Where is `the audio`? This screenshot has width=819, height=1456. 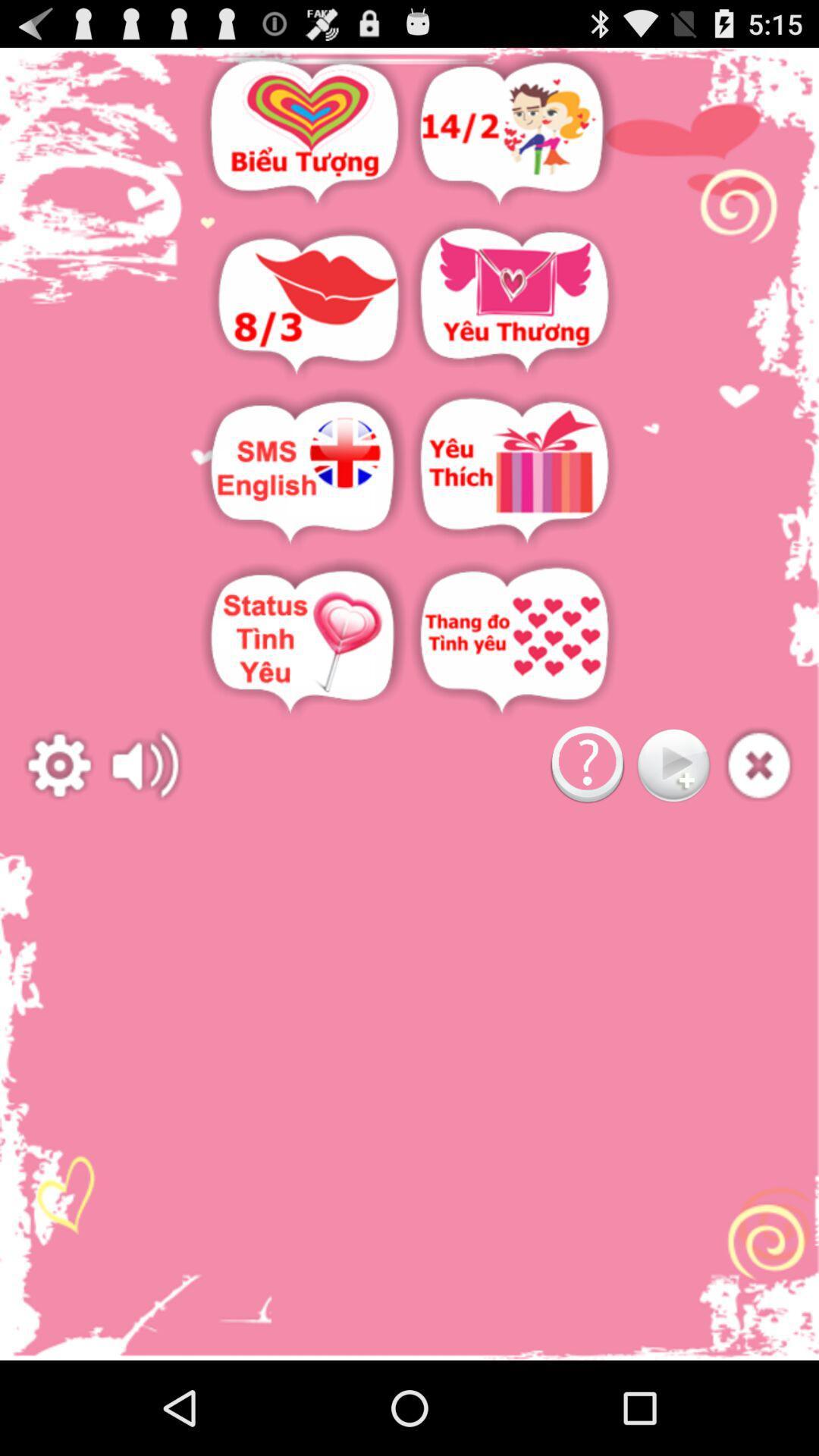 the audio is located at coordinates (759, 765).